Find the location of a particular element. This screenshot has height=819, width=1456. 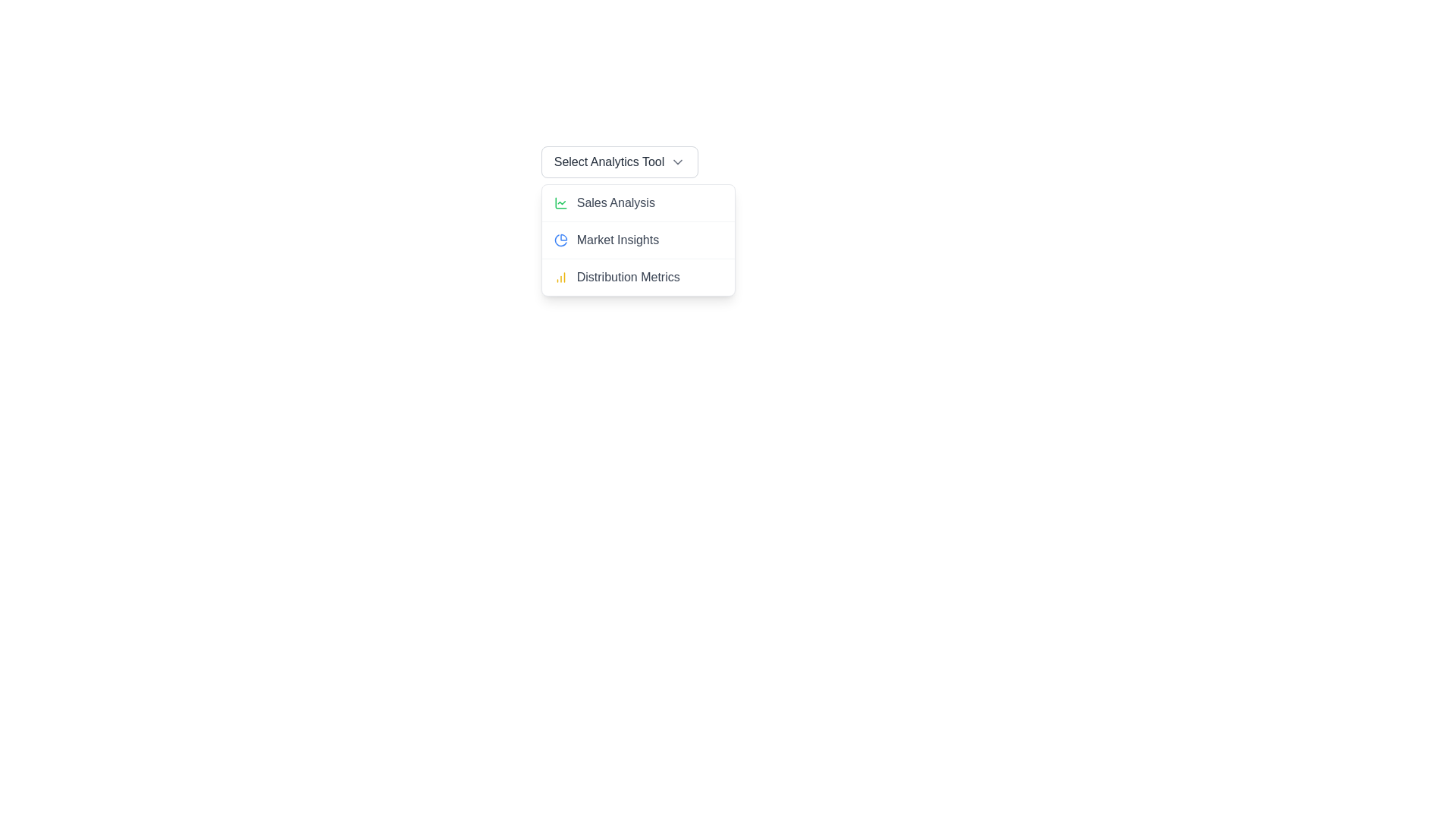

the visual representation of the 'Distribution Metrics' icon, which is a green outlined chart-like graphic within the third item of the dropdown menu titled 'Select Analytics Tool' is located at coordinates (560, 202).